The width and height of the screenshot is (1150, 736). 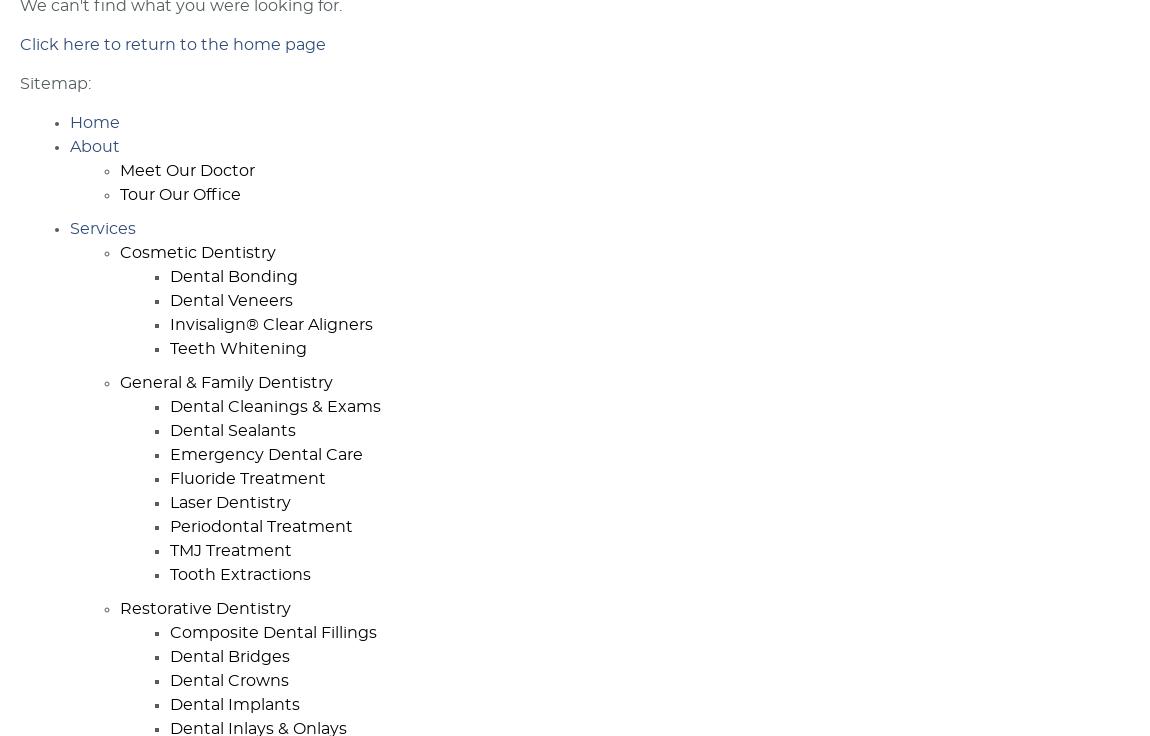 I want to click on 'Home', so click(x=69, y=121).